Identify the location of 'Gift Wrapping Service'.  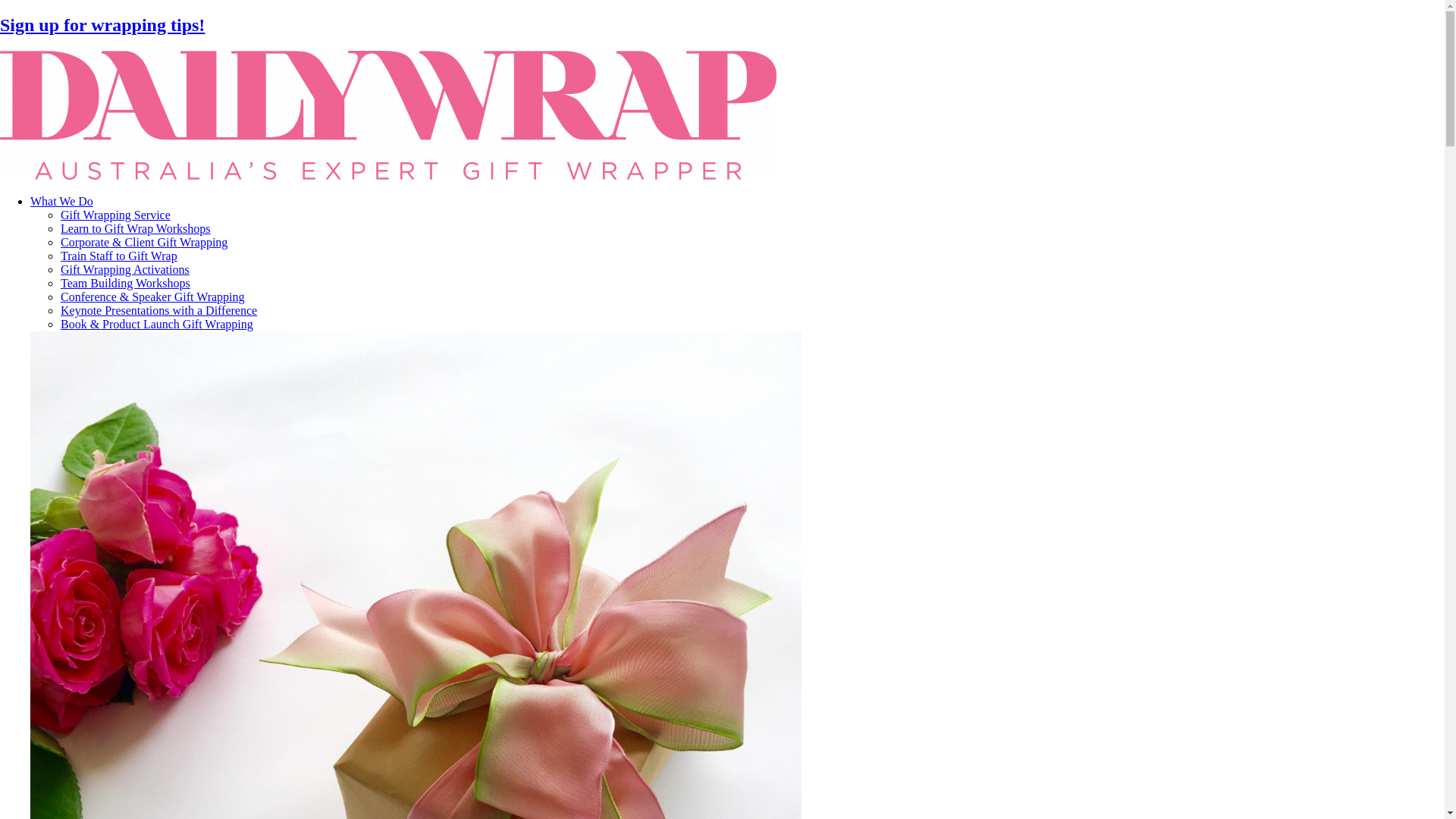
(115, 215).